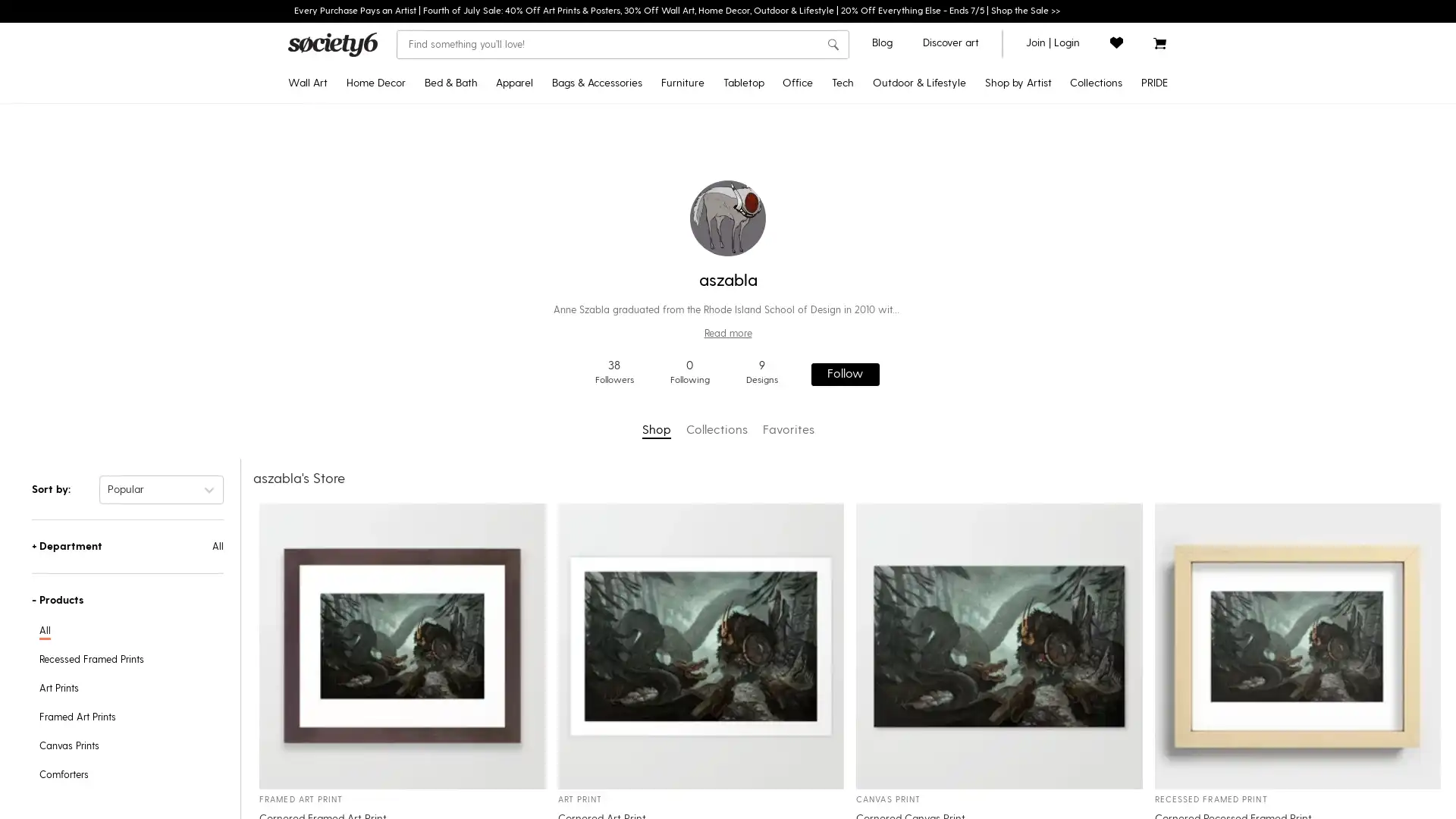 The width and height of the screenshot is (1456, 819). I want to click on Beach Towels, so click(939, 342).